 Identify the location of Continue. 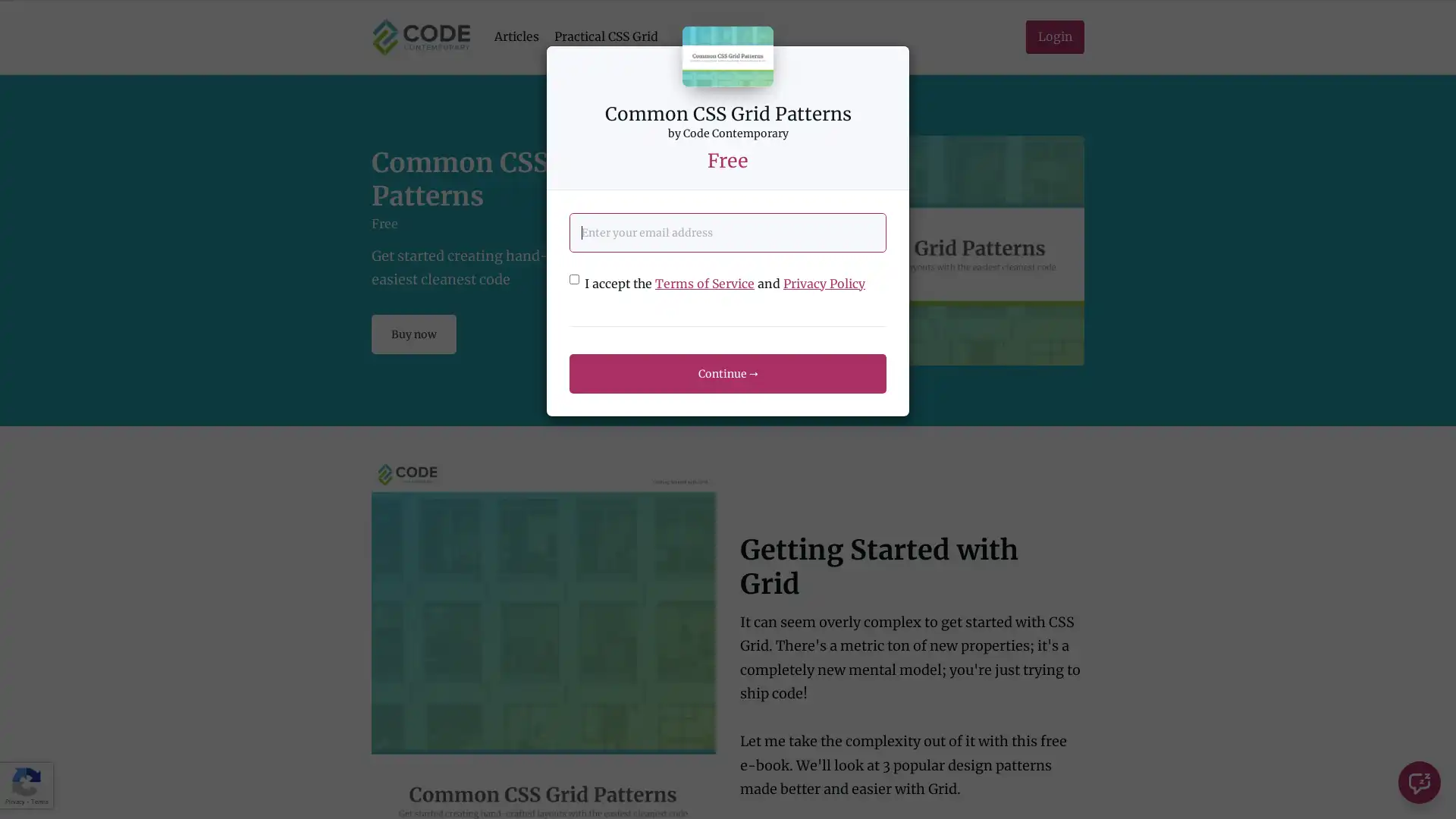
(728, 373).